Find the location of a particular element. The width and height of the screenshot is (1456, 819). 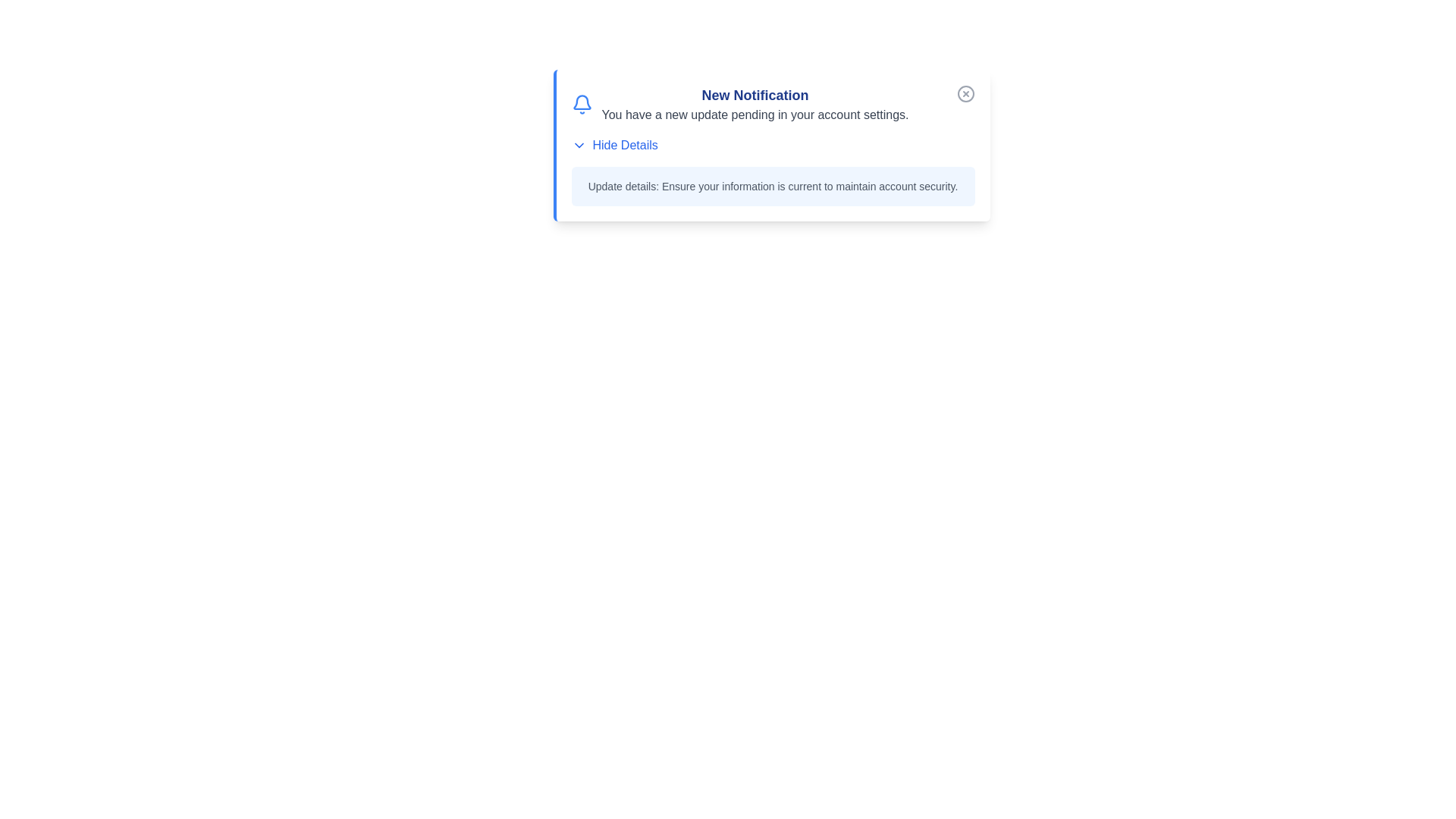

the text label that reads 'Update details: Ensure your information is current to maintain account security.' which is centrally located within a rounded, light-blue background section is located at coordinates (773, 186).